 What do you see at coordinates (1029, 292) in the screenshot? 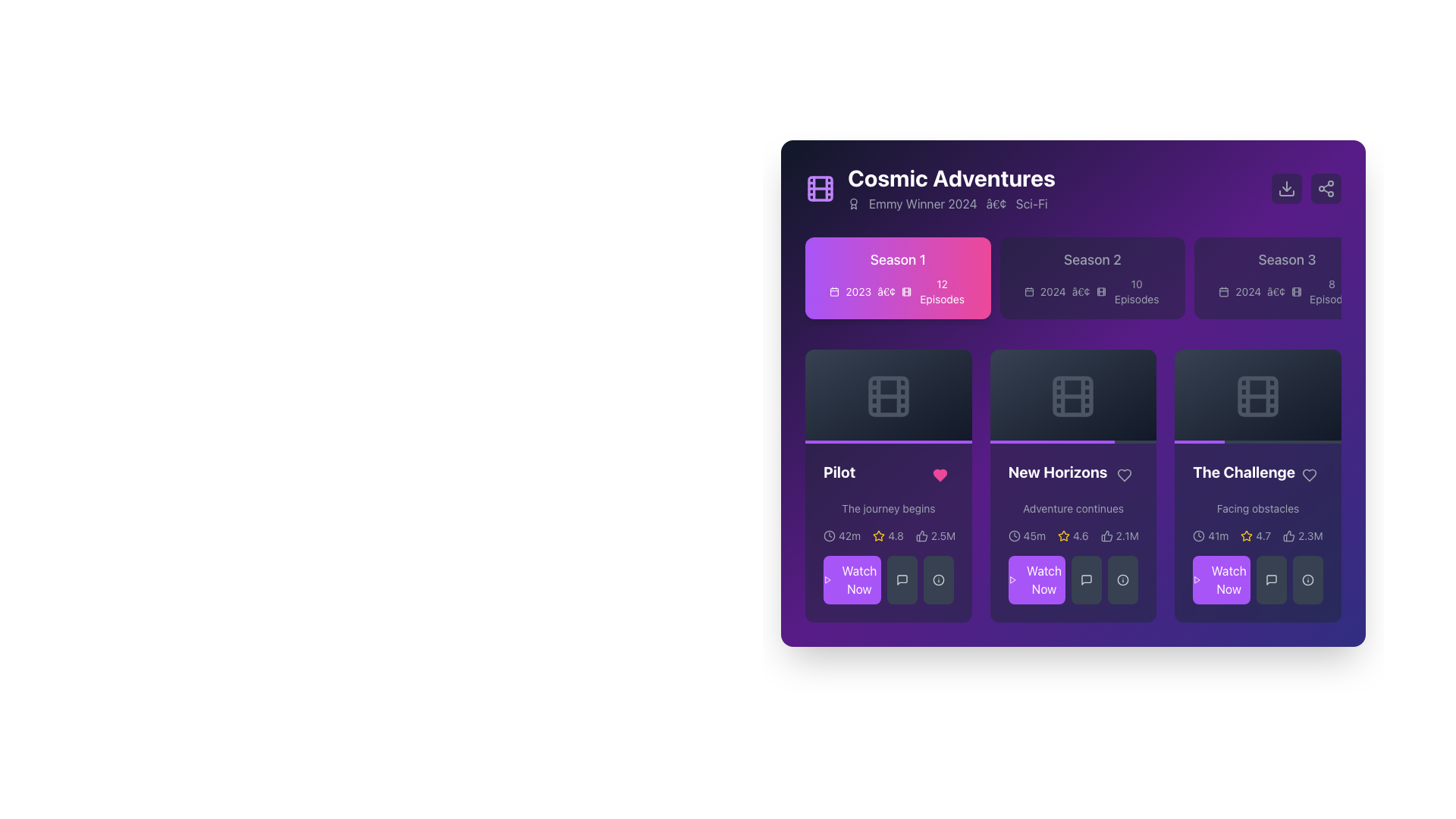
I see `the graphical element in the top-left corner of the calendar icon, which is part of the informational cards for a TV show` at bounding box center [1029, 292].